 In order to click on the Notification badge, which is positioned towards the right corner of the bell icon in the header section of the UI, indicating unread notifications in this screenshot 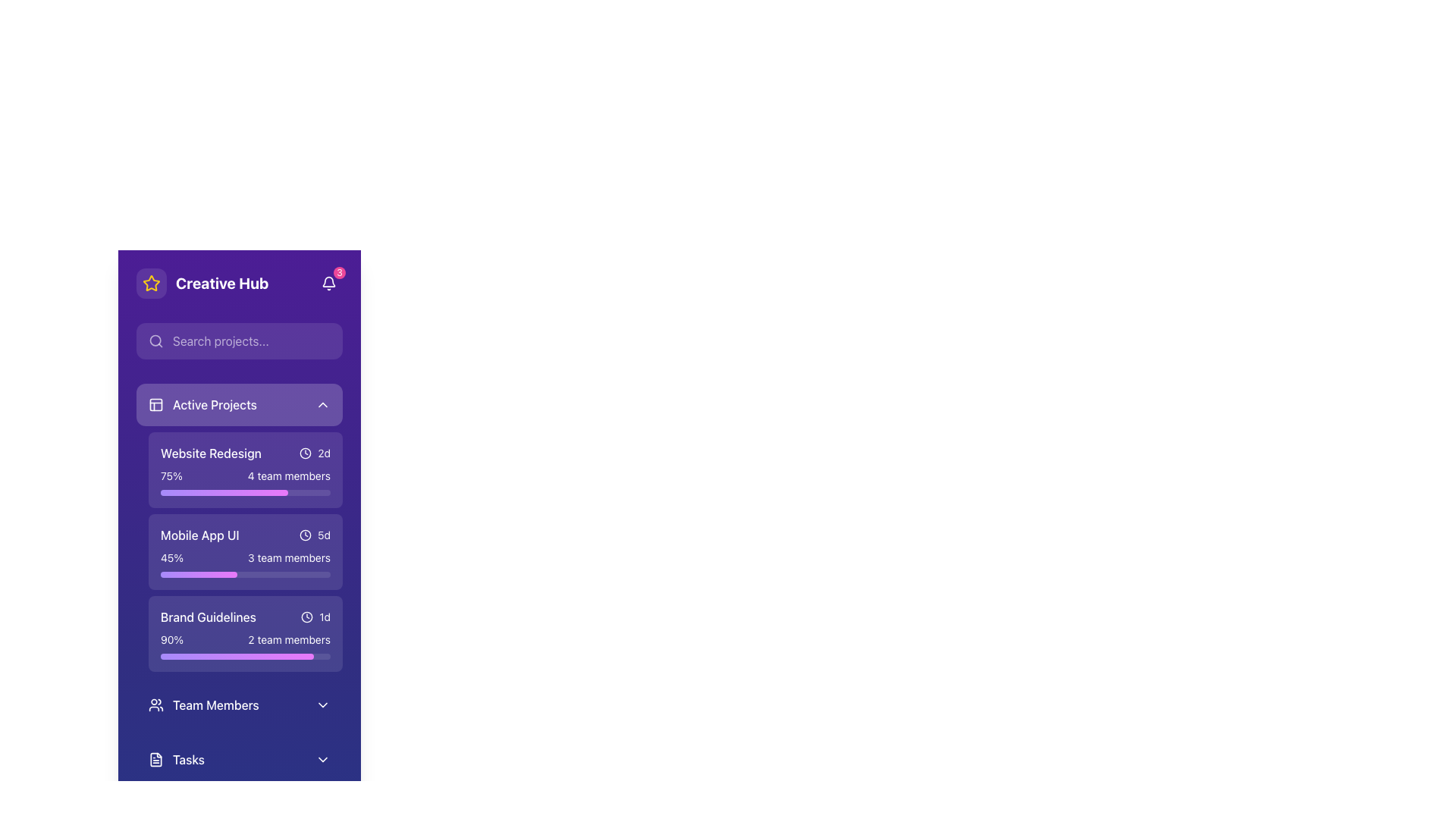, I will do `click(338, 271)`.